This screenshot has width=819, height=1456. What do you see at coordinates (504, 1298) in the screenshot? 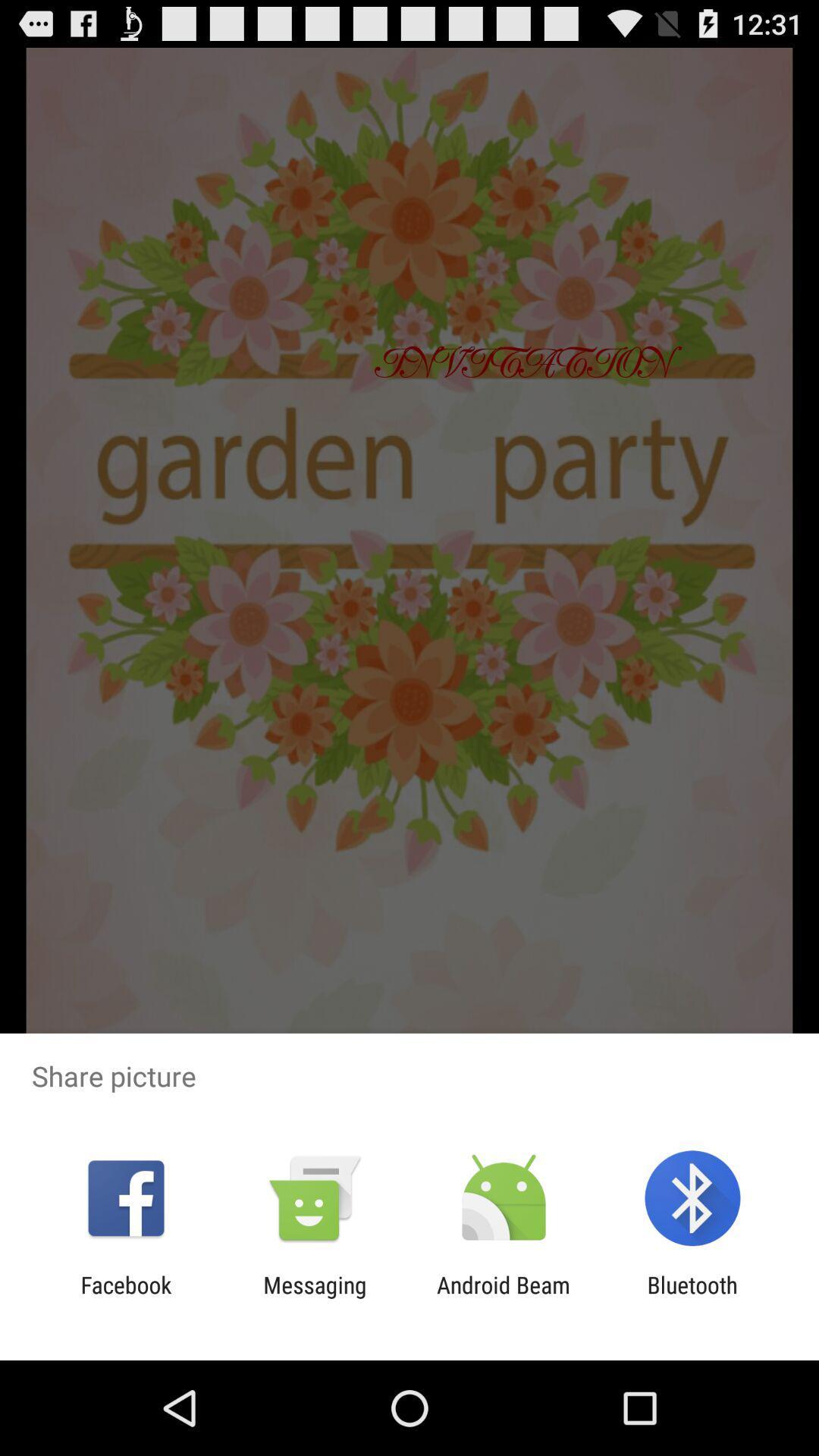
I see `android beam item` at bounding box center [504, 1298].